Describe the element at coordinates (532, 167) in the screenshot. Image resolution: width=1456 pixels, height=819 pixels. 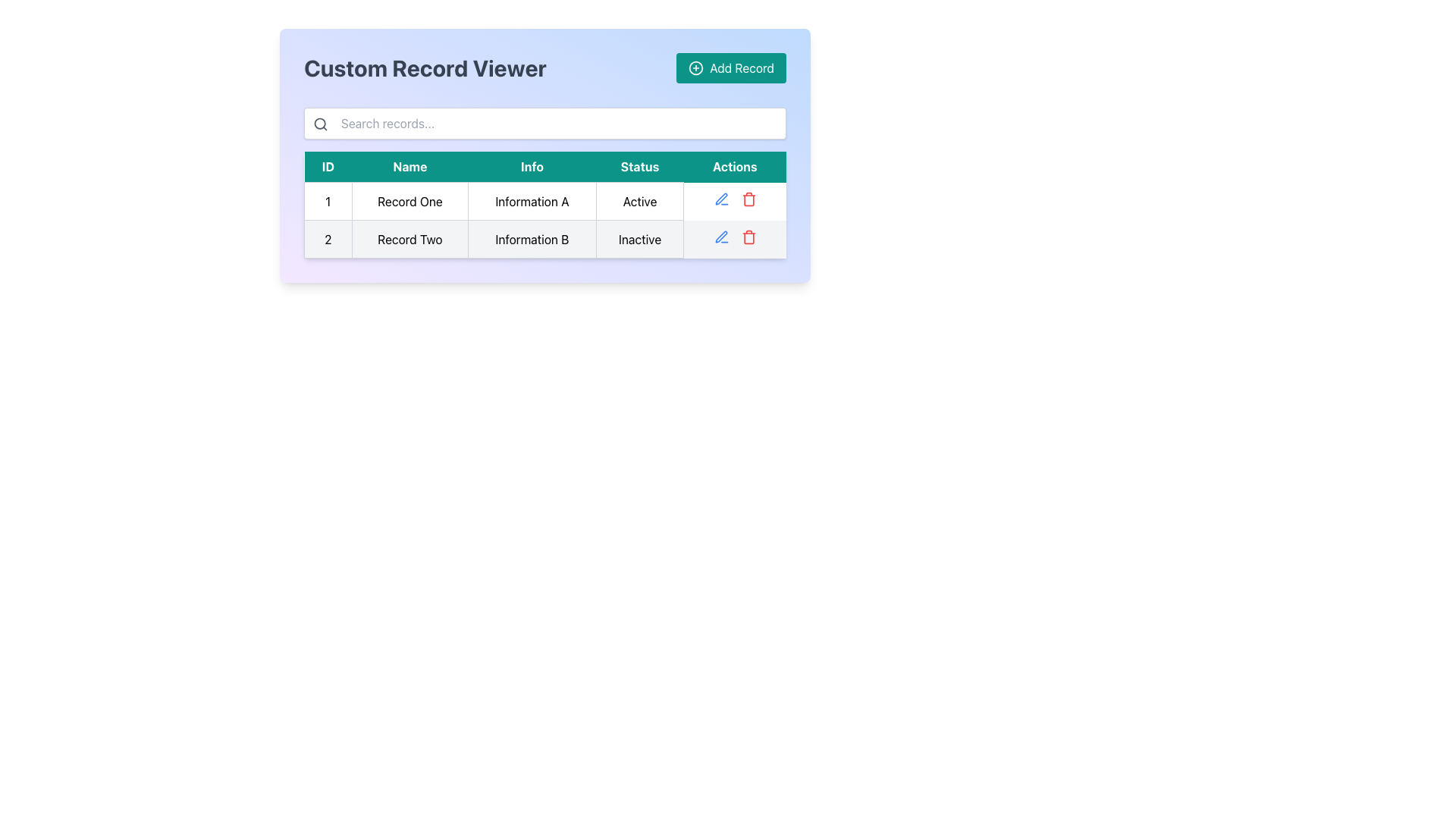
I see `the third label in the sequence of five sibling labels, which serves as a column header between the 'Name' and 'Status' labels at the top of the table` at that location.